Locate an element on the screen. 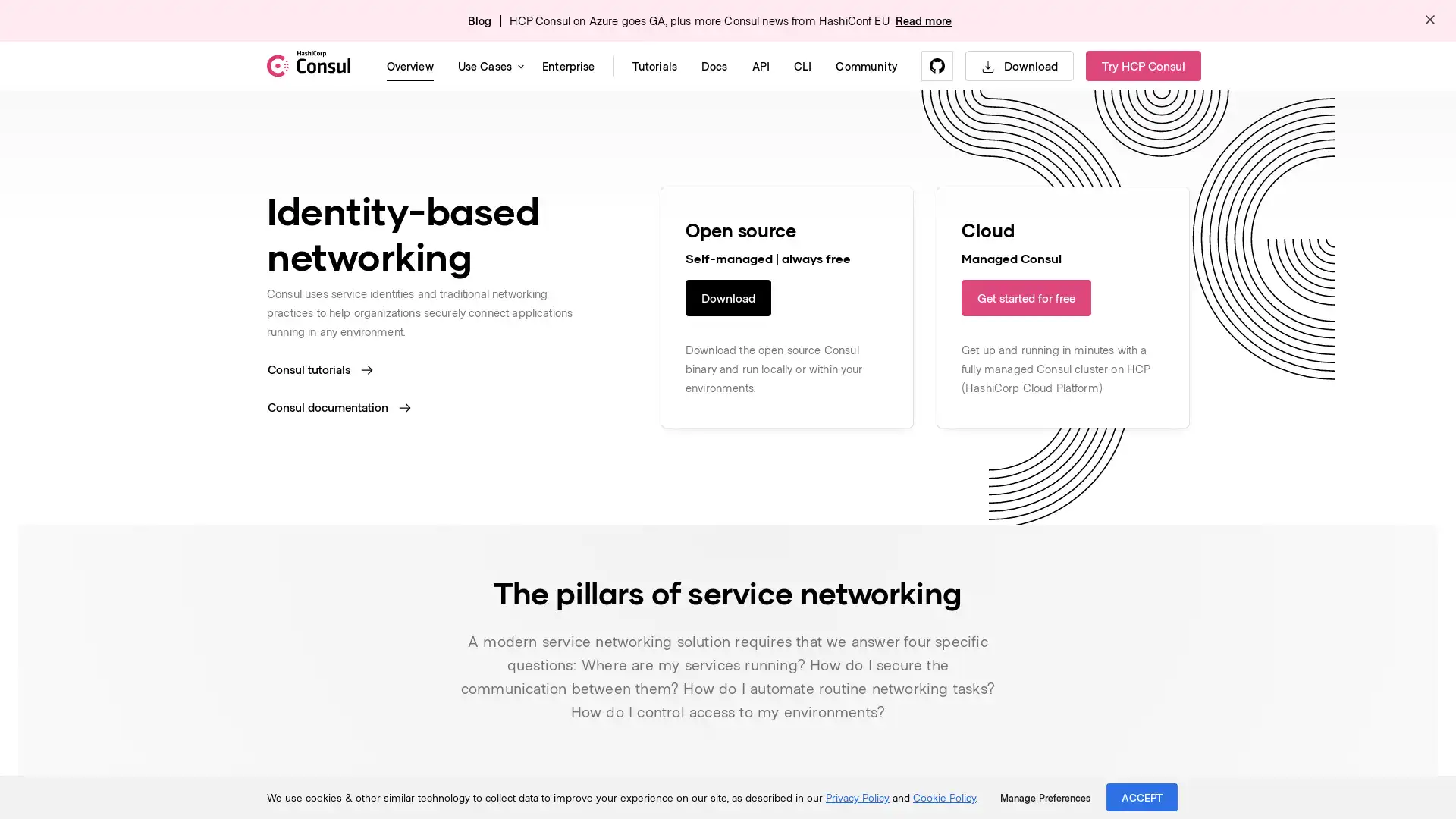  Use Cases is located at coordinates (488, 65).